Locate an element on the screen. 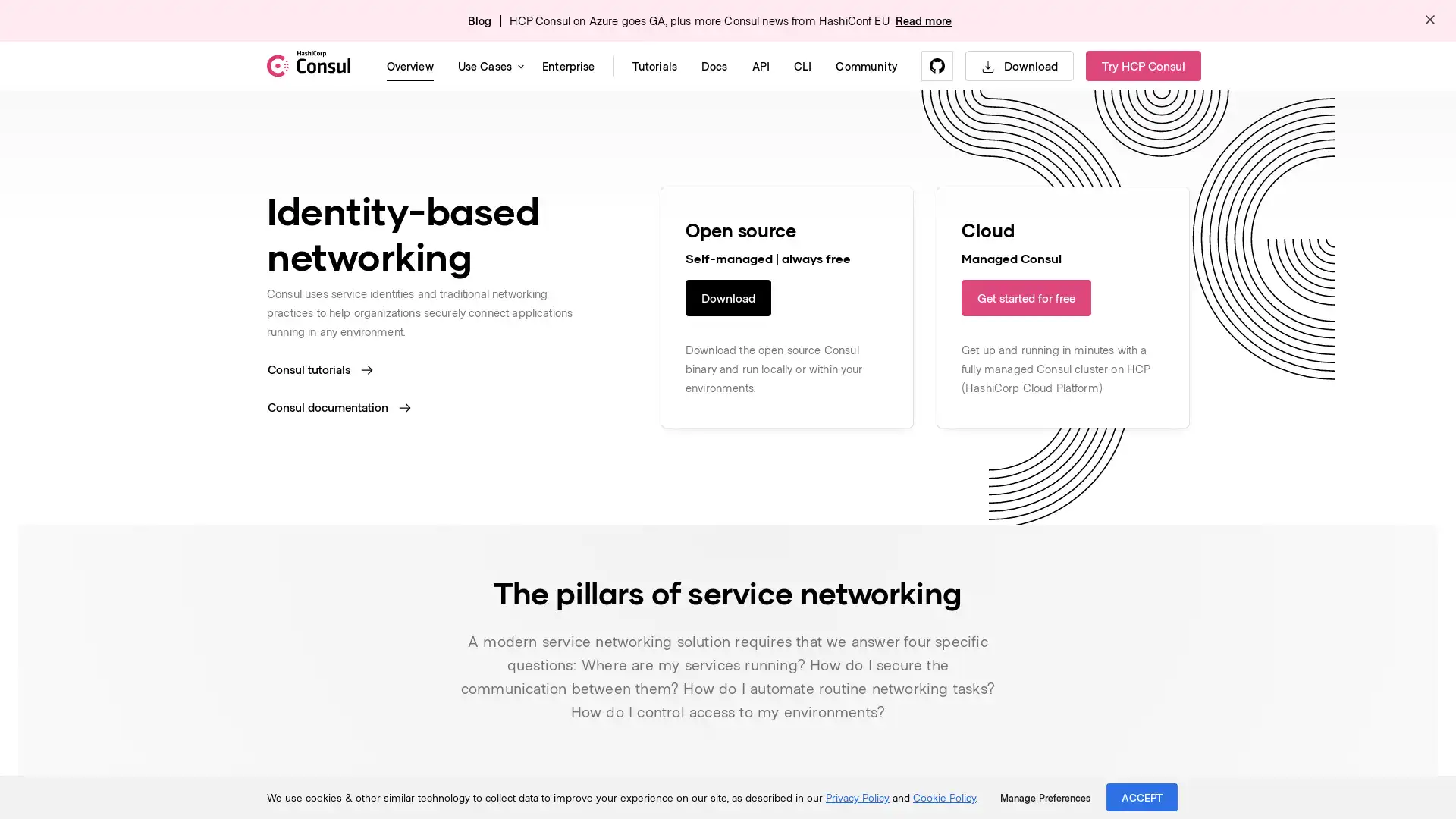  Use Cases is located at coordinates (488, 65).